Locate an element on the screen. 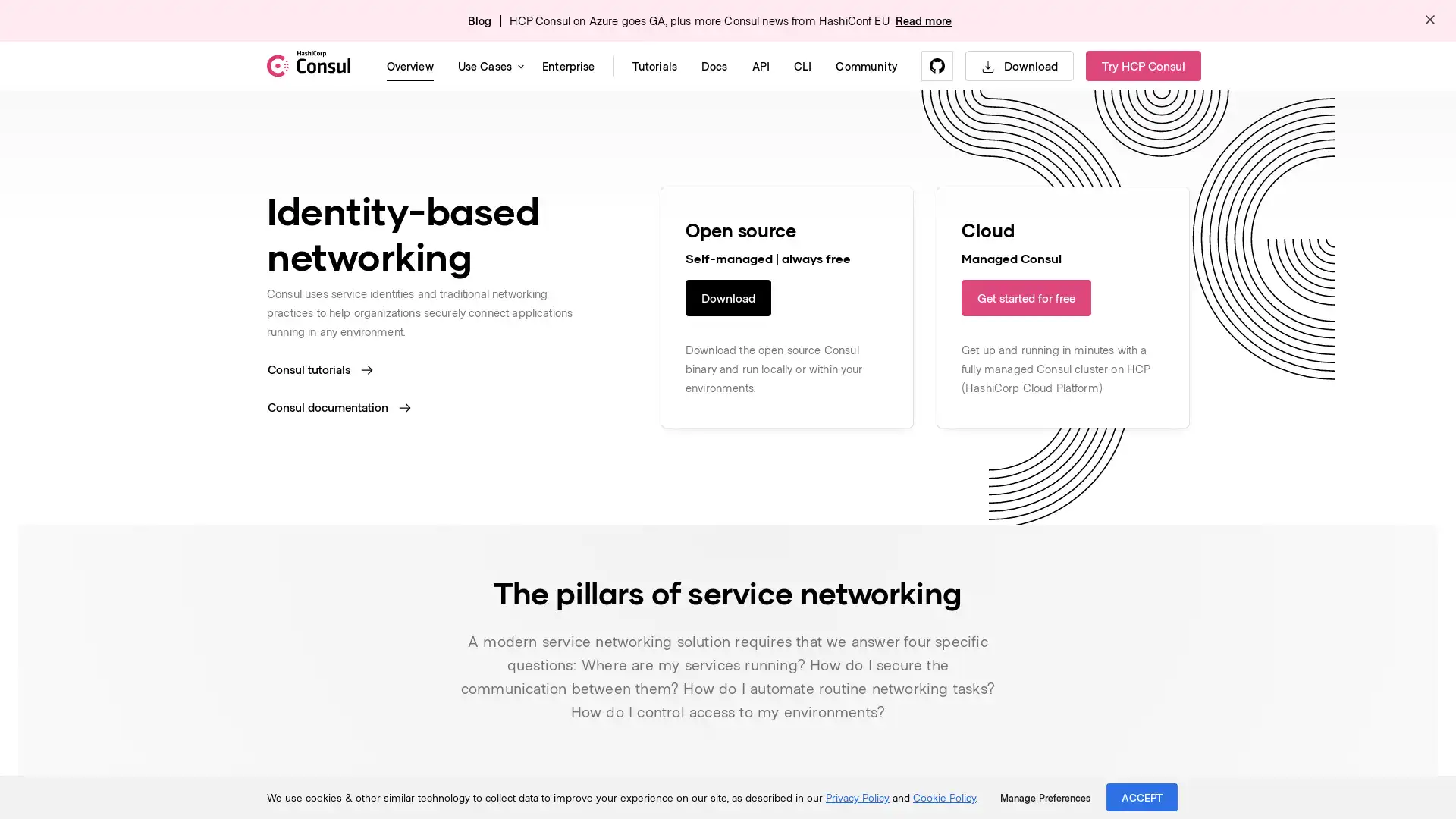  Use Cases is located at coordinates (488, 65).